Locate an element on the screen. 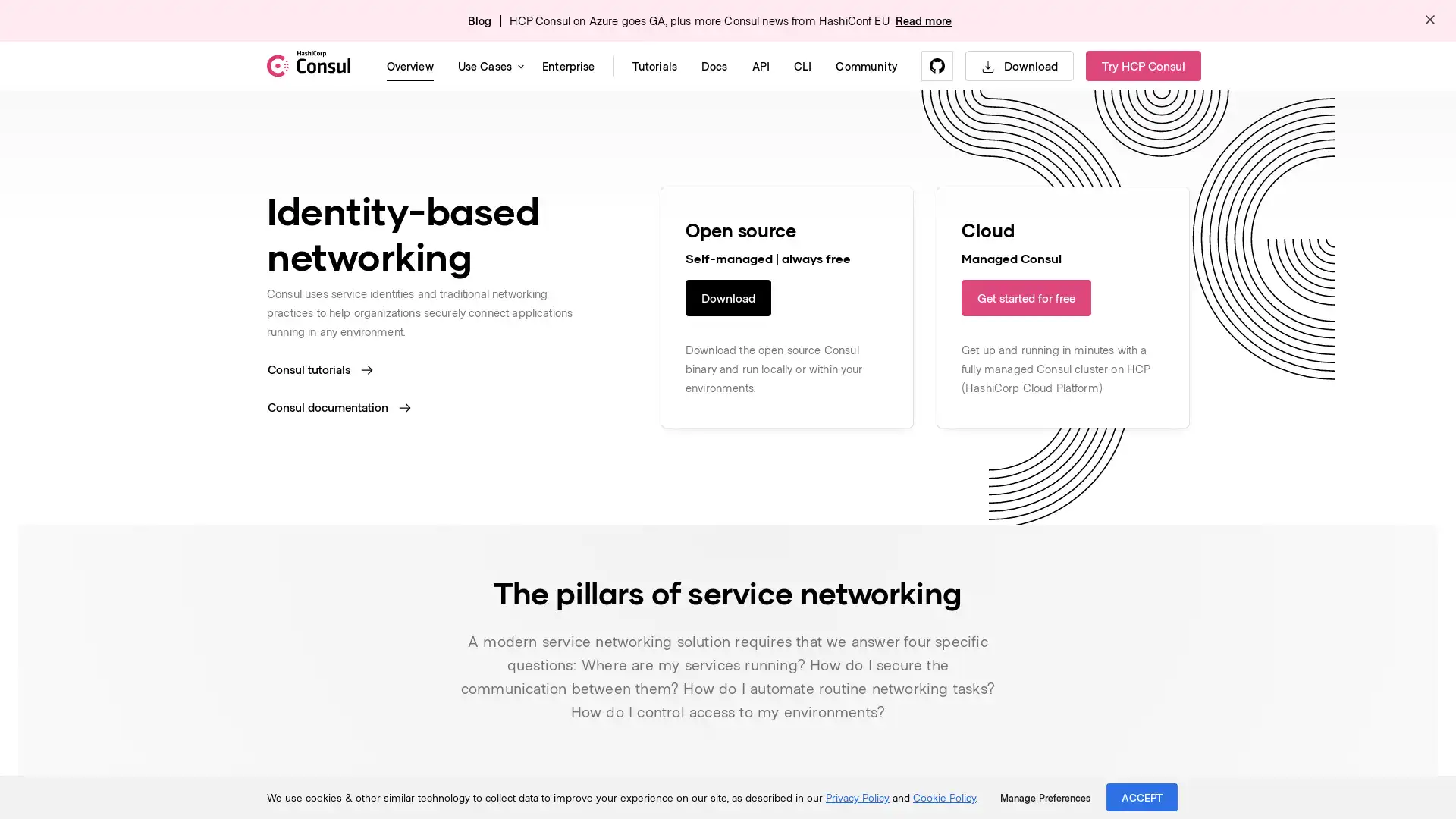  Use Cases is located at coordinates (488, 65).